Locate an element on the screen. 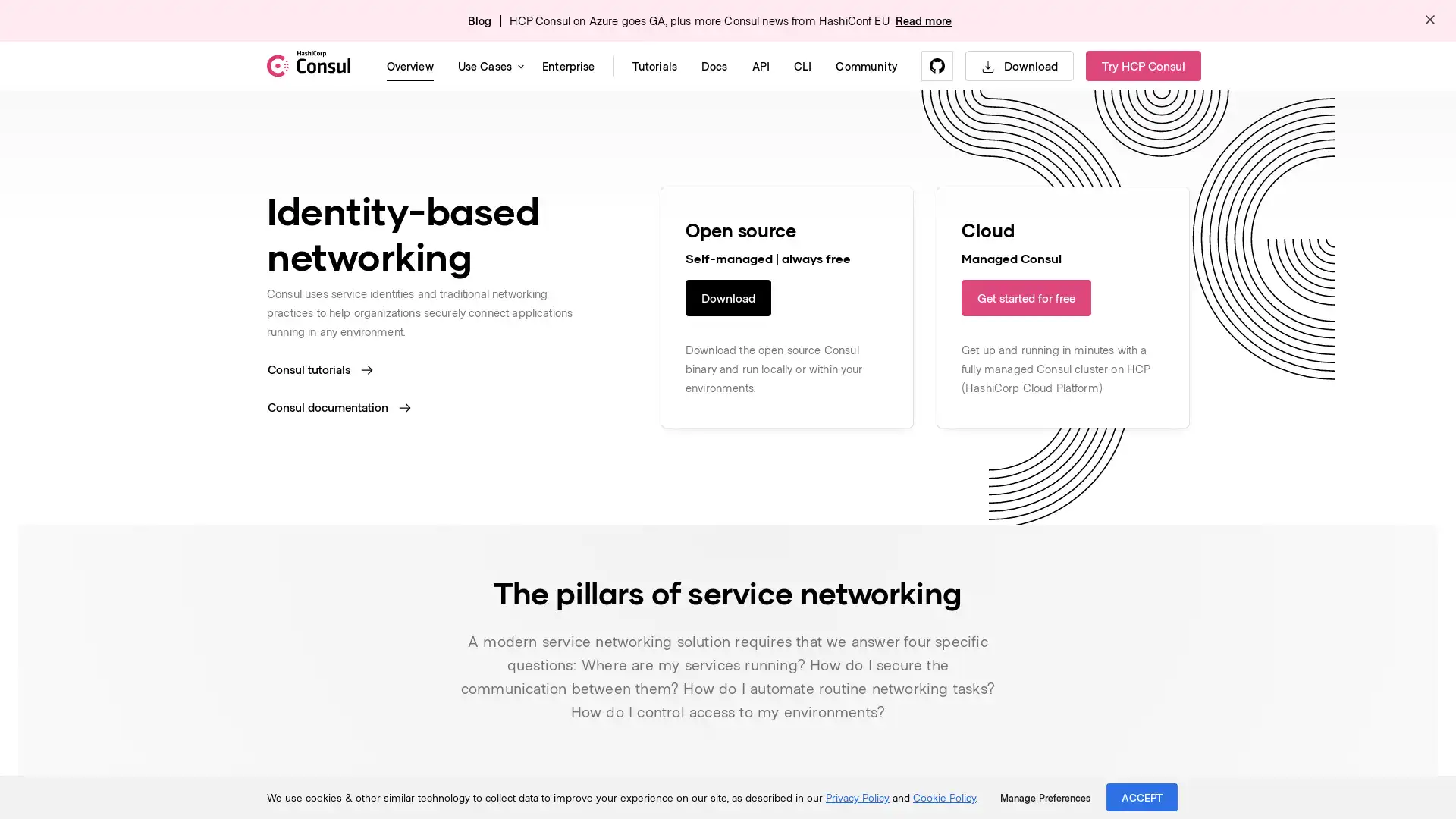  Use Cases is located at coordinates (488, 65).